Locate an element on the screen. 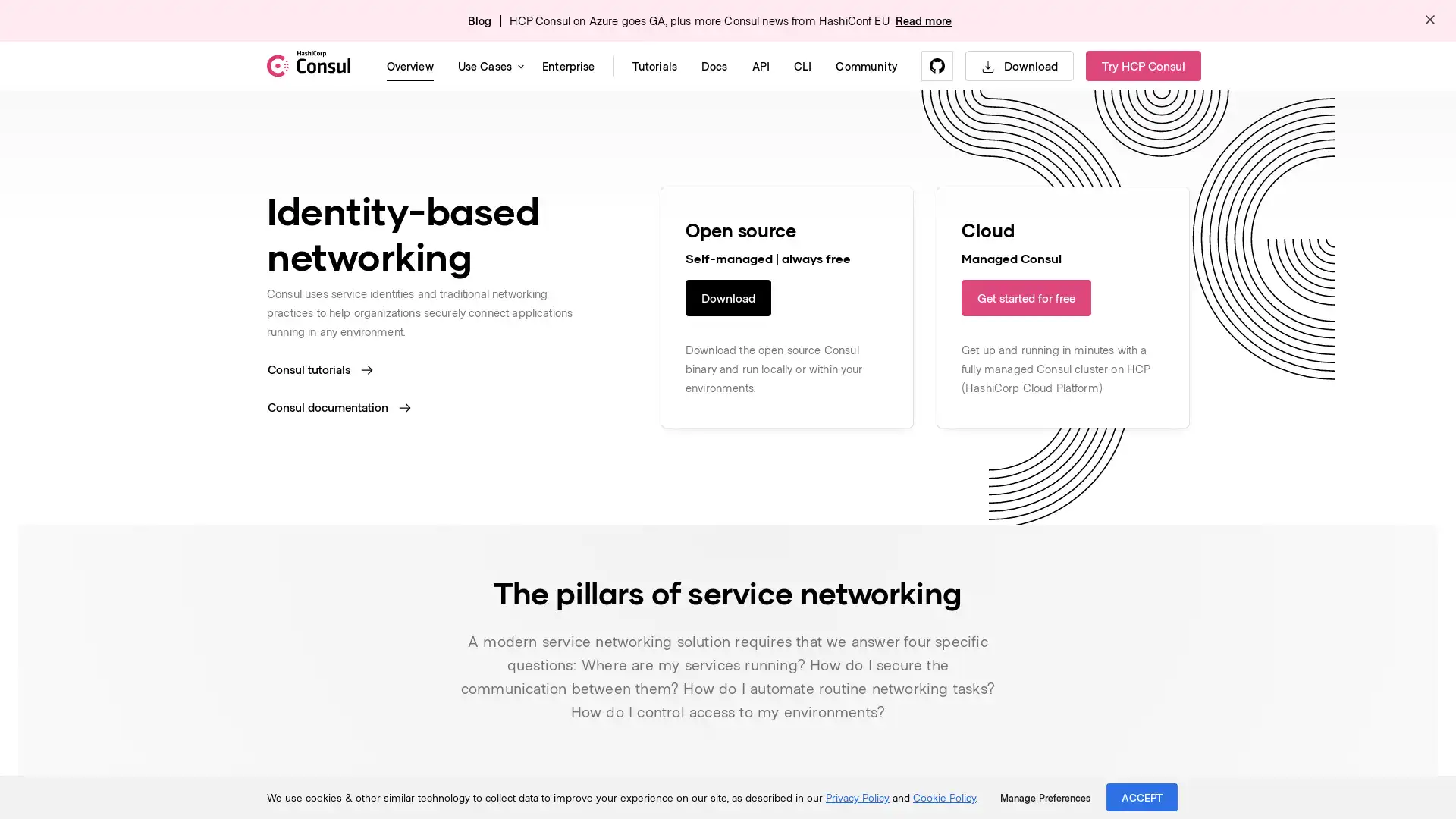  Use Cases is located at coordinates (488, 65).